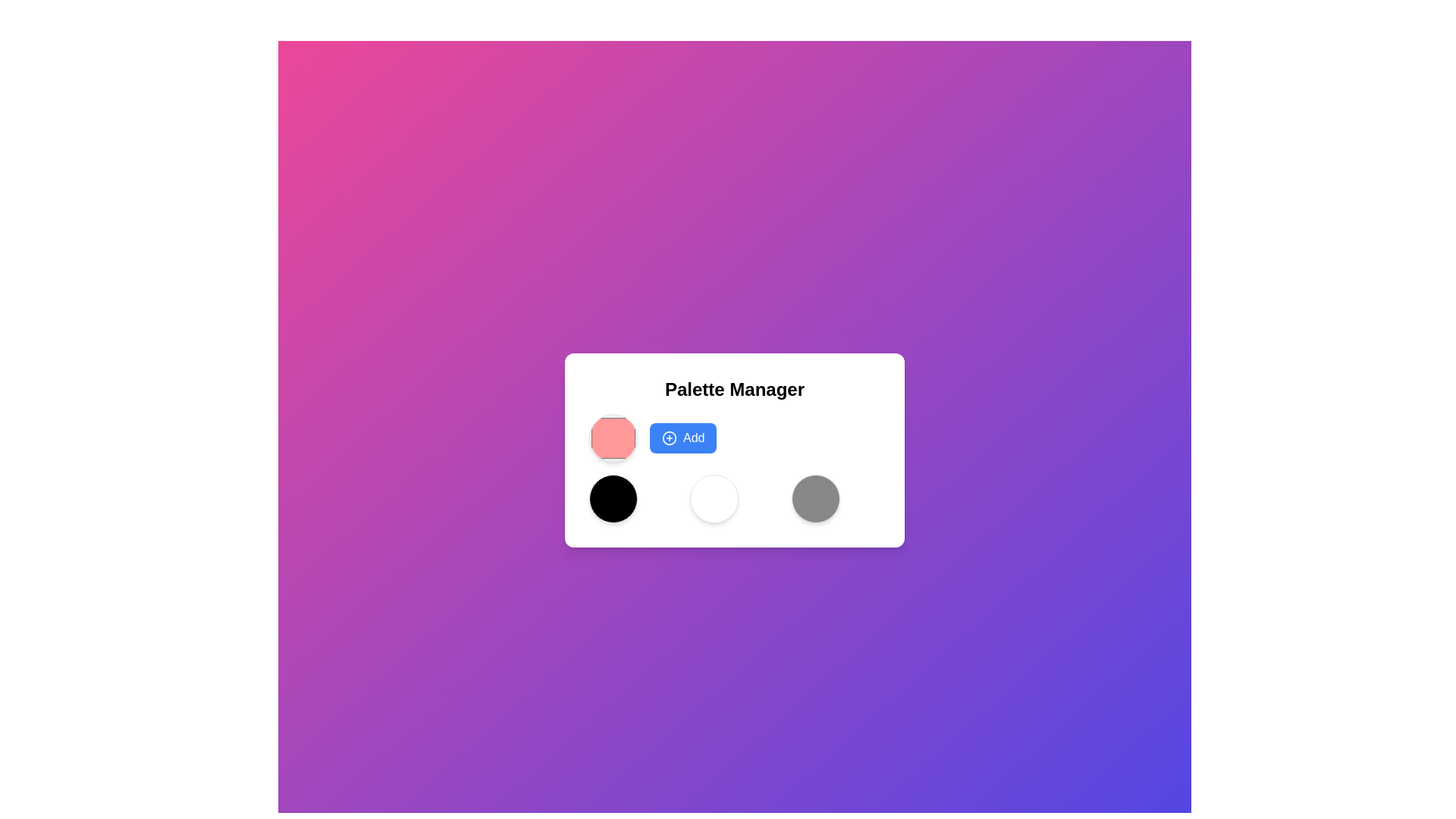 The height and width of the screenshot is (819, 1456). Describe the element at coordinates (669, 438) in the screenshot. I see `the circle component of the SVG icon that is part of the plus sign, located next to the 'Add' button` at that location.